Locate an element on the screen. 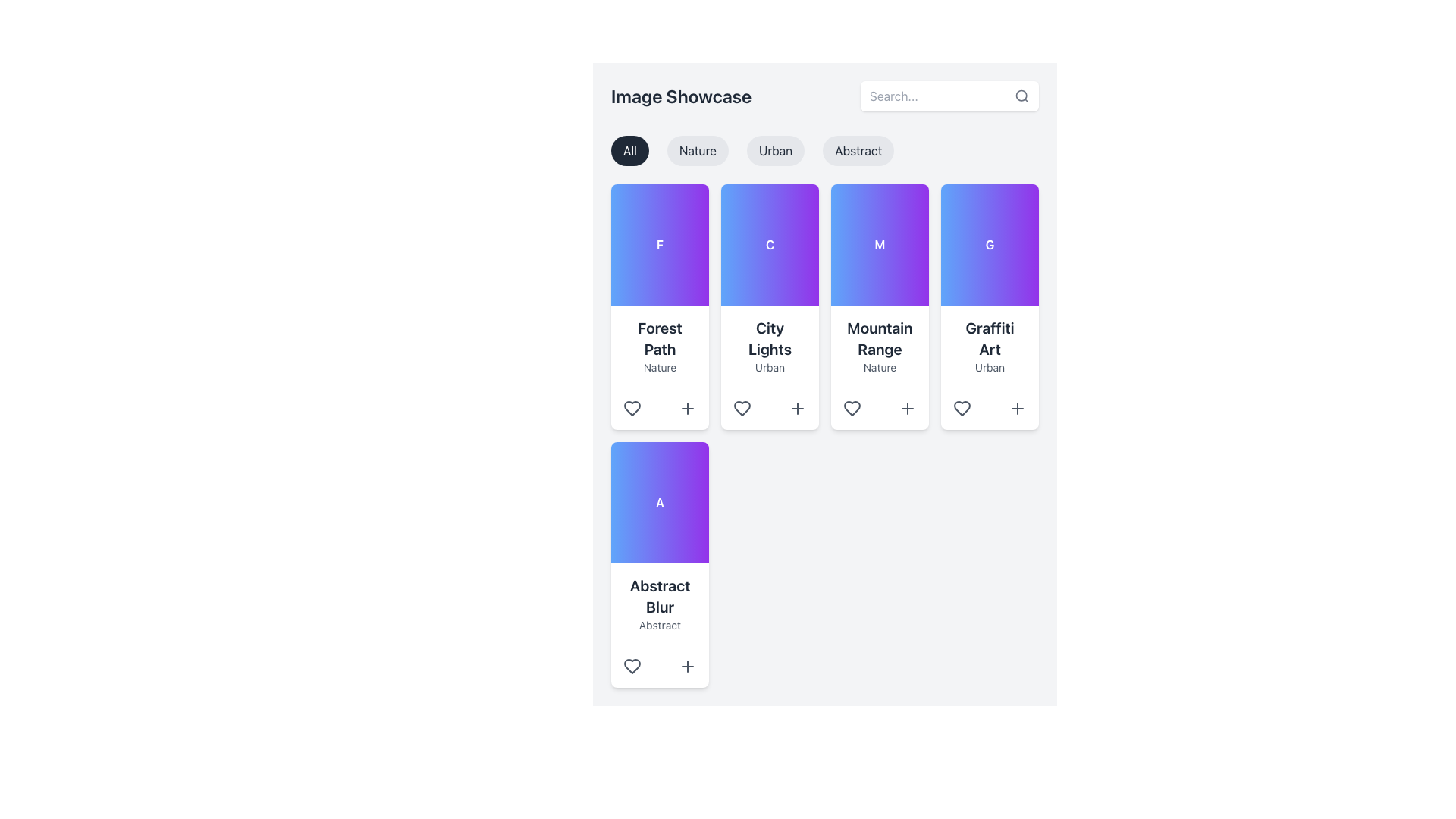  the 'Graffiti Art' static text element, which is located in the fourth card from the left in the top row of the grid, featuring a large, bold dark gray title and smaller lighter gray text within a white rounded card is located at coordinates (990, 346).